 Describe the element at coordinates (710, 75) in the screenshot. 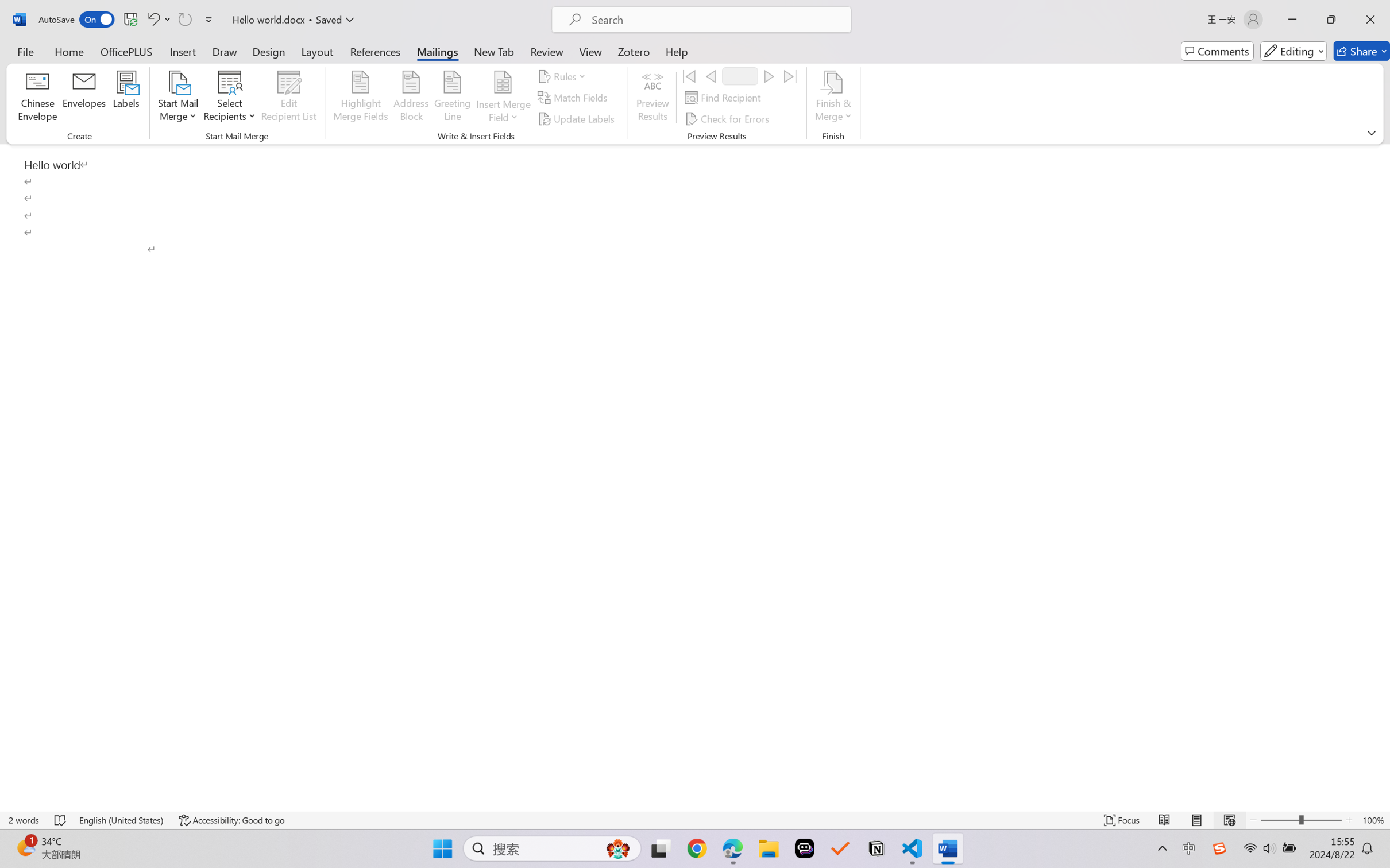

I see `'Previous'` at that location.